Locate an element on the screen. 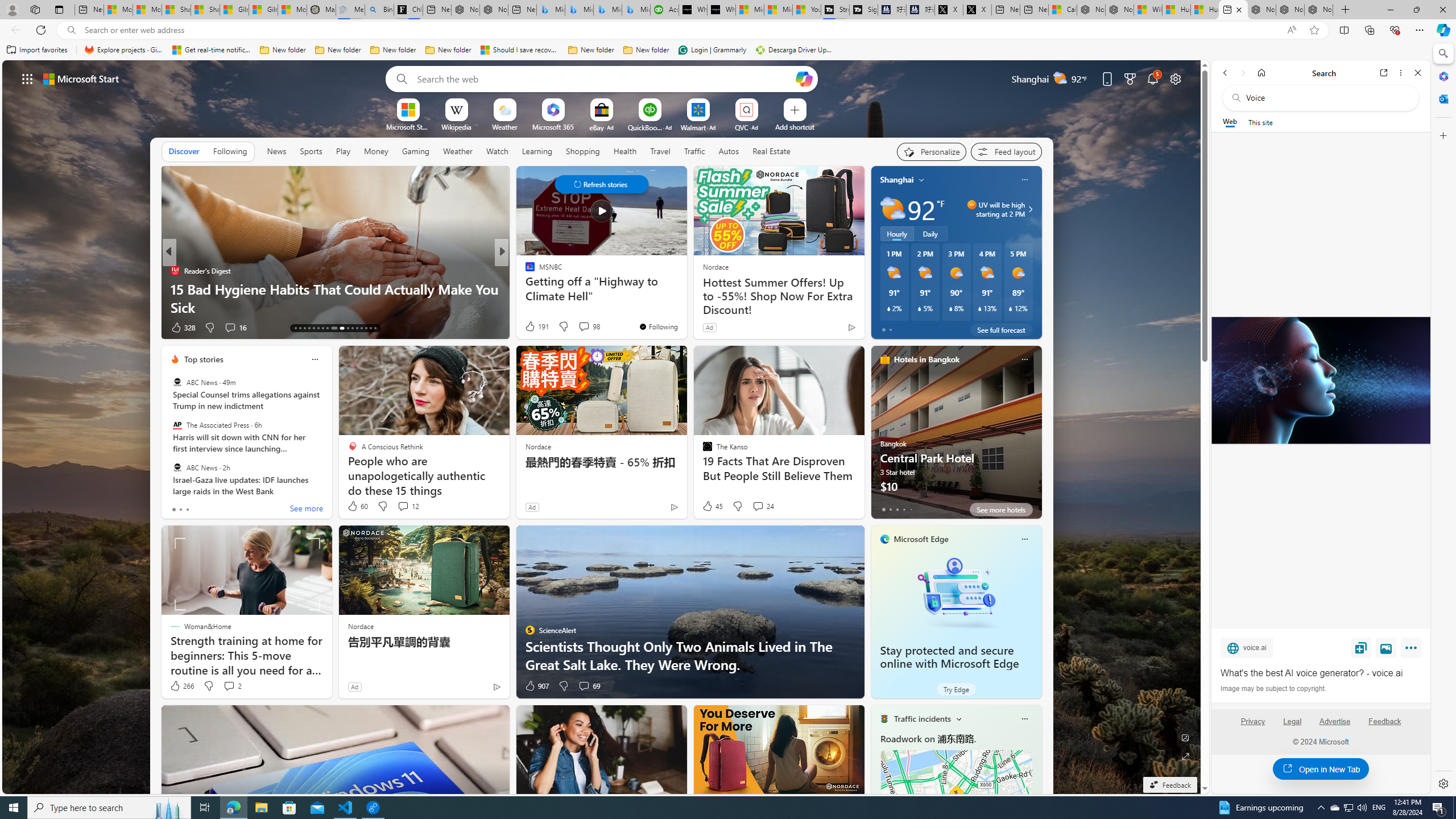  'View comments 2 Comment' is located at coordinates (231, 686).